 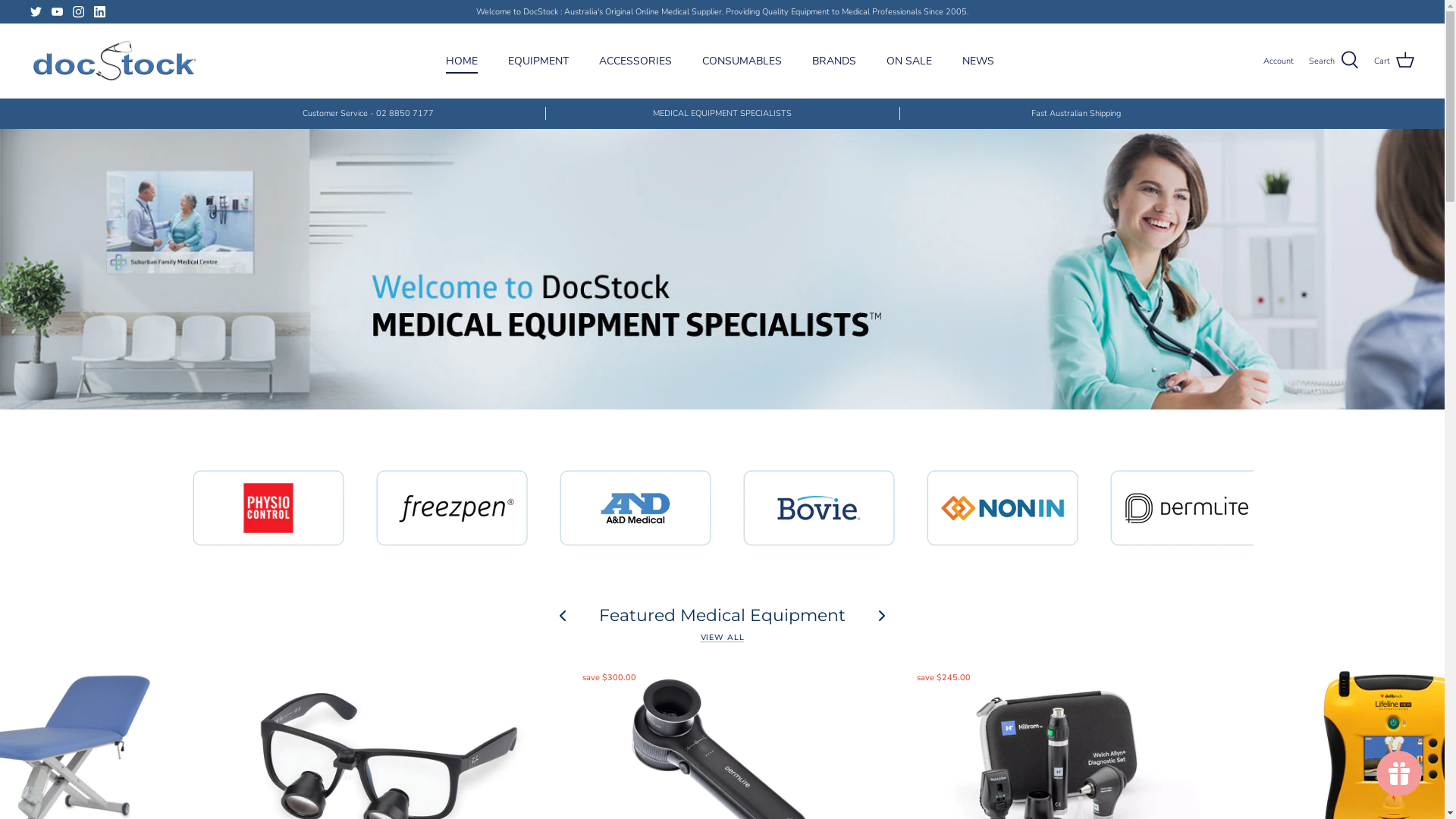 I want to click on 'CONSUMABLES', so click(x=742, y=60).